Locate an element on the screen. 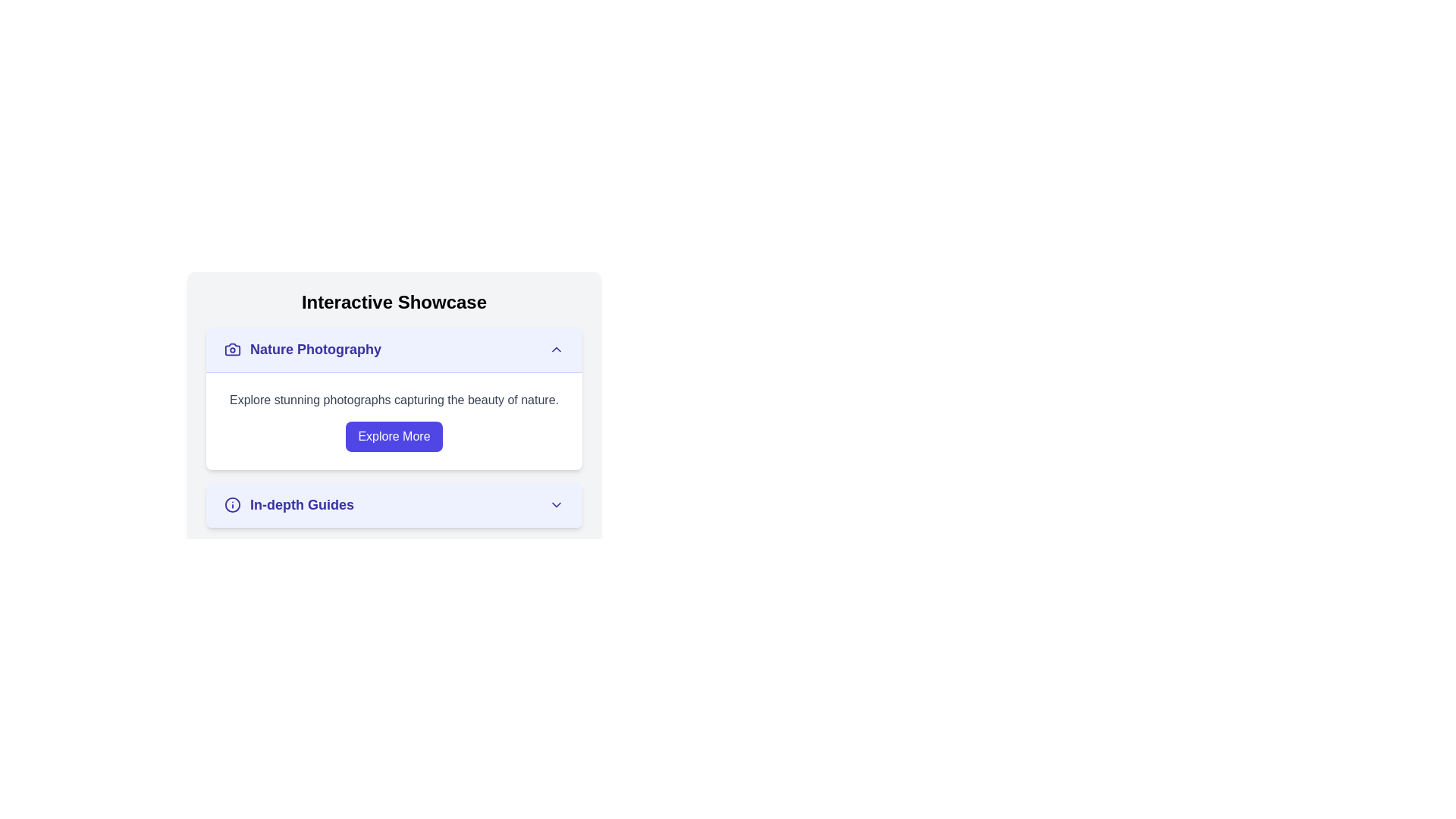  the downward-facing chevron icon located to the right of the text 'In-depth Guides.' is located at coordinates (556, 505).